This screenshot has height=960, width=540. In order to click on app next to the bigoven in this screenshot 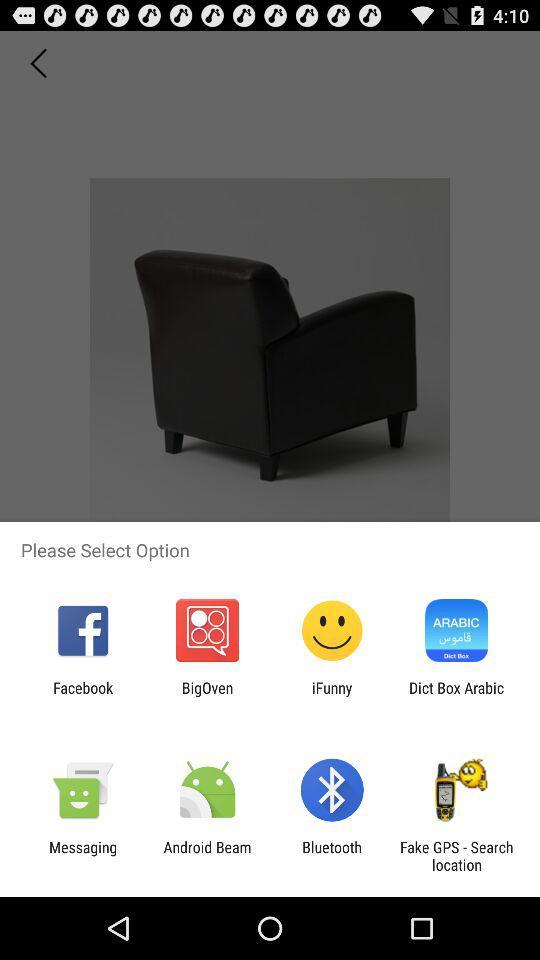, I will do `click(82, 696)`.